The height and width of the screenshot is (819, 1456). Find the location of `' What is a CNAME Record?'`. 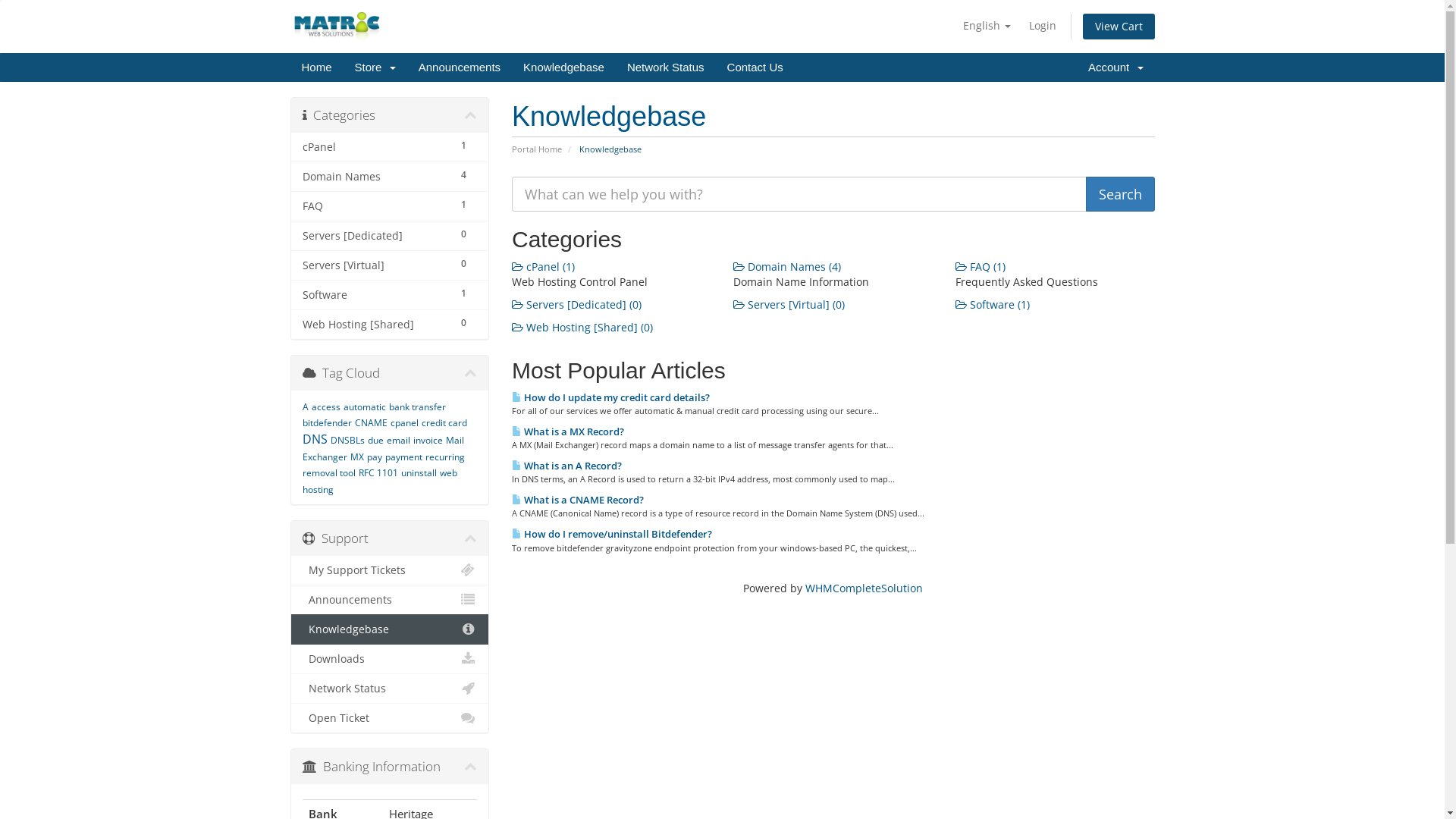

' What is a CNAME Record?' is located at coordinates (577, 500).